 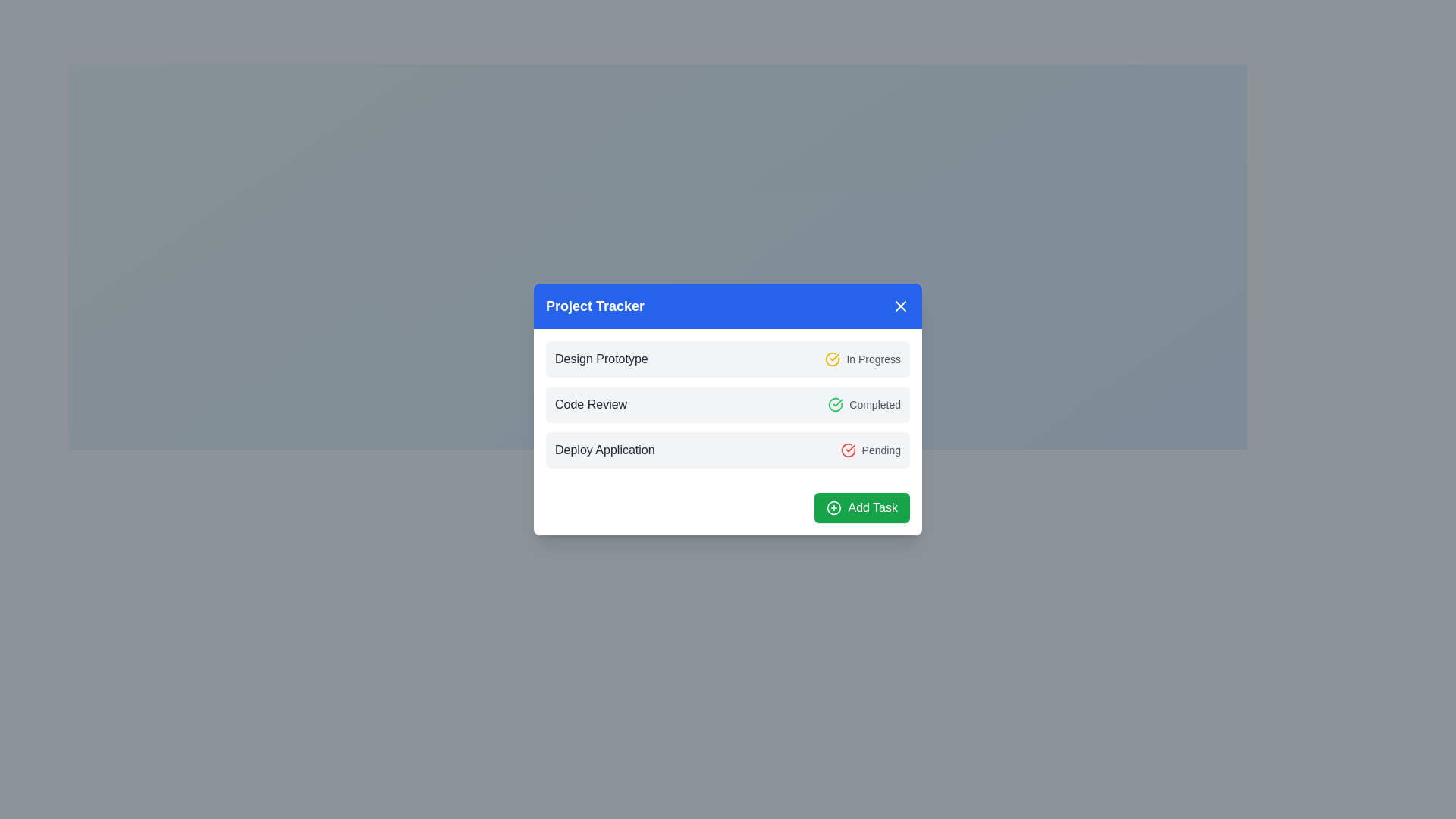 I want to click on status text from the Status indicator indicating the 'Deploy Application' task as 'Pending', located on the far right of the 'Deploy Application' row in the 'Project Tracker' interface, so click(x=871, y=450).